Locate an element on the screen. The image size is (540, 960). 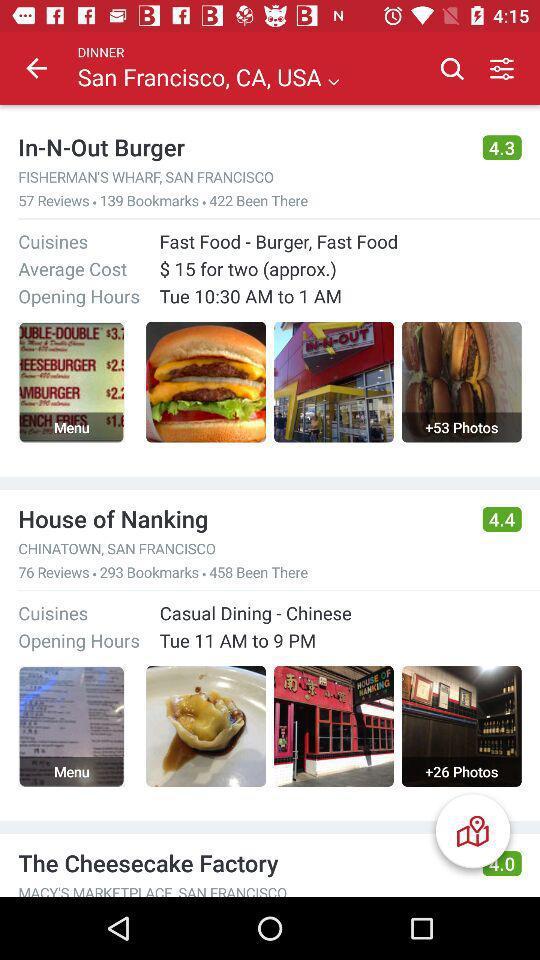
tue 10 30 is located at coordinates (250, 295).